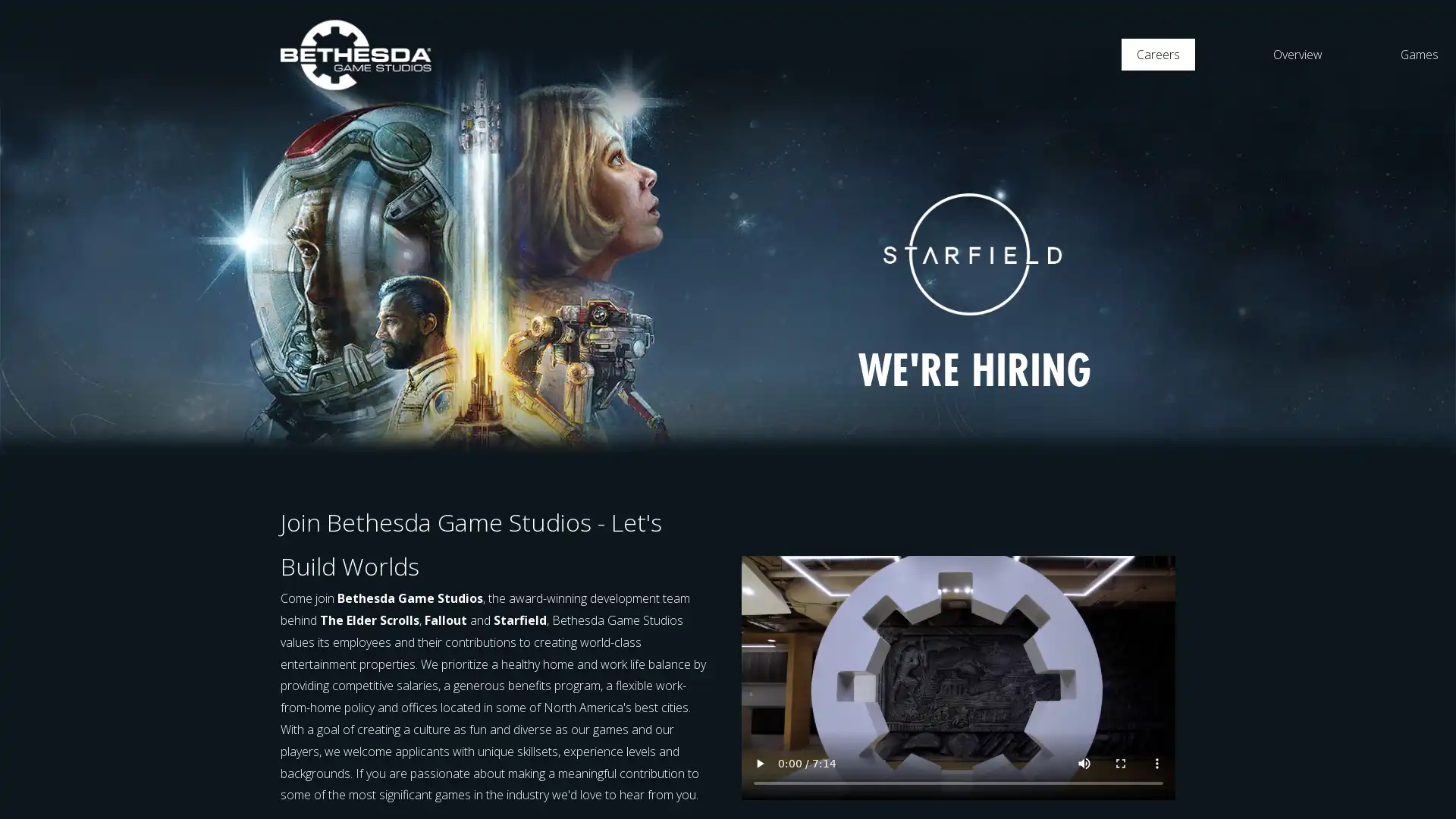 The width and height of the screenshot is (1456, 819). Describe the element at coordinates (1121, 763) in the screenshot. I see `enter full screen` at that location.